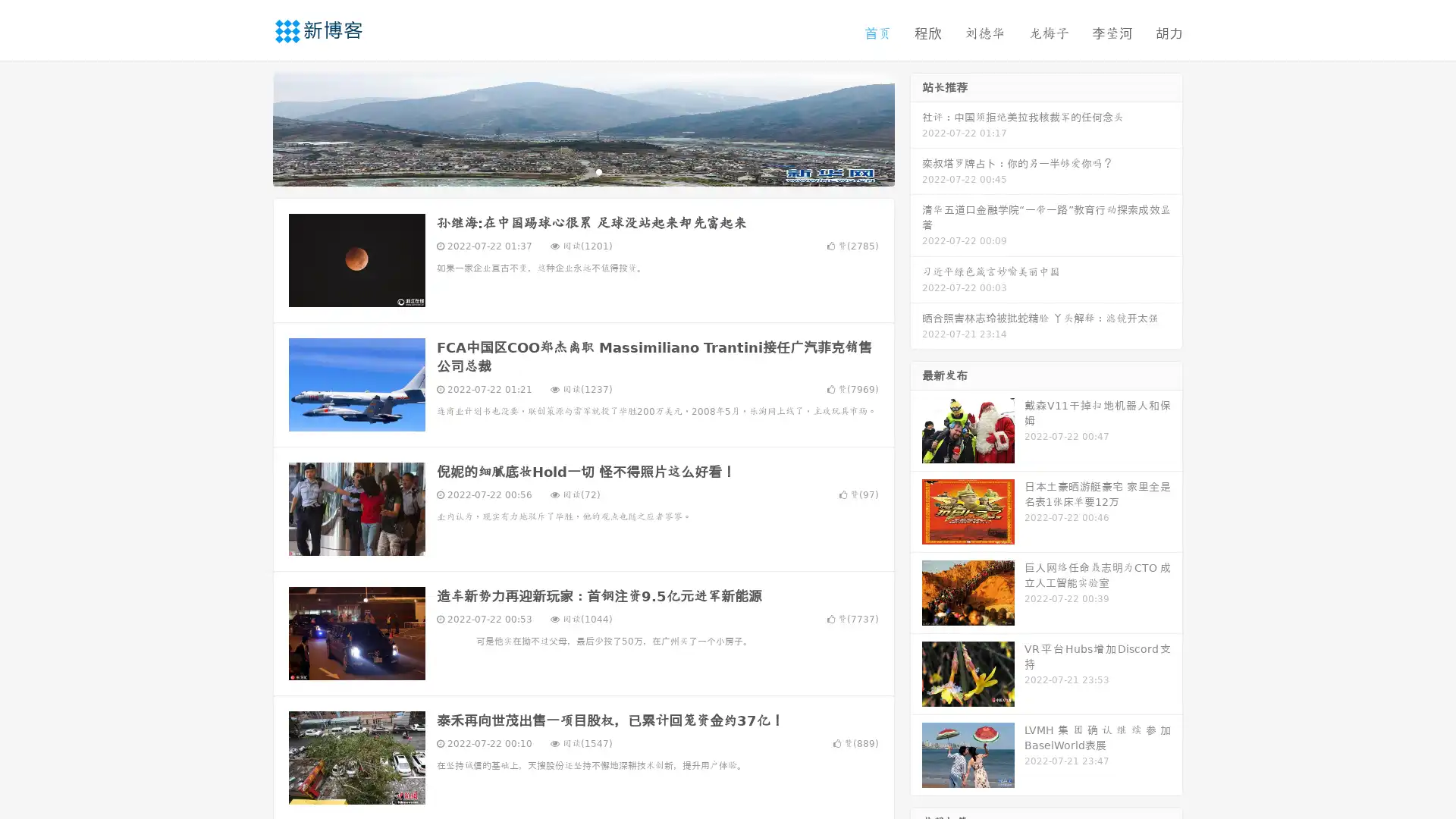  Describe the element at coordinates (582, 171) in the screenshot. I see `Go to slide 2` at that location.